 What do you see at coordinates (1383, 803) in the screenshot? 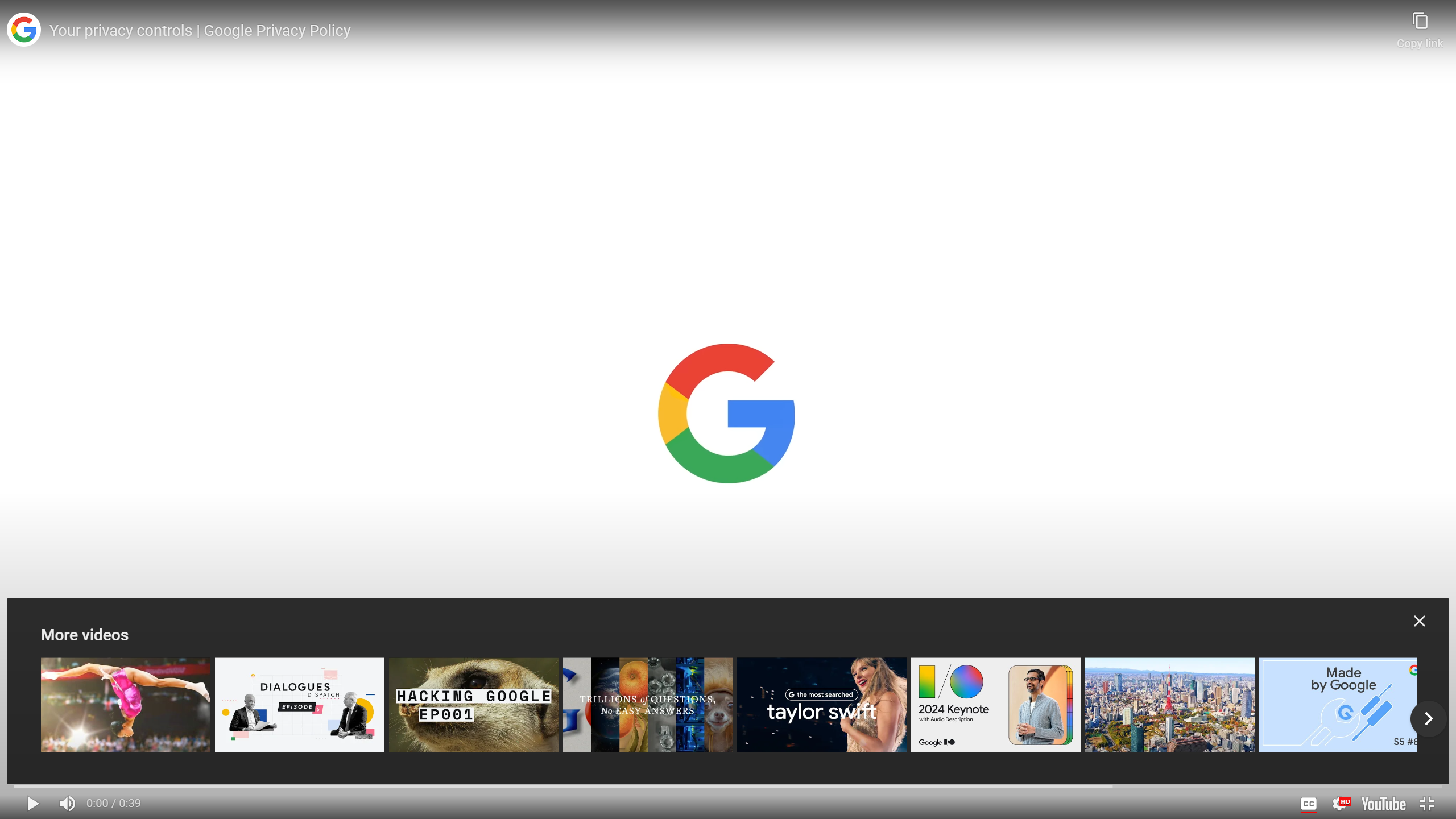
I see `'Watch on YouTube'` at bounding box center [1383, 803].